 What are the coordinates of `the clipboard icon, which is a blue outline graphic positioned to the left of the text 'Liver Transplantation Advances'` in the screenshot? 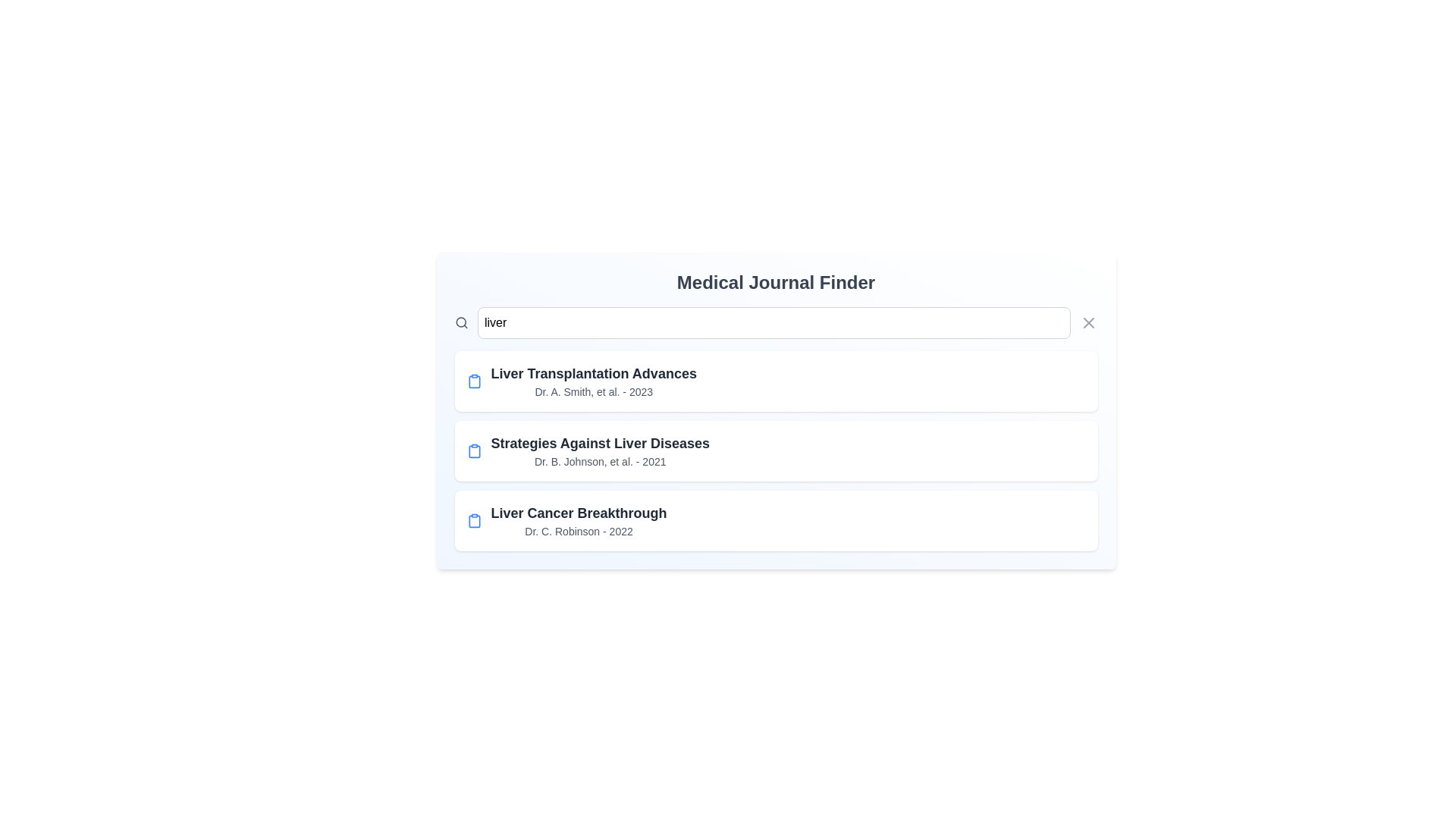 It's located at (473, 380).